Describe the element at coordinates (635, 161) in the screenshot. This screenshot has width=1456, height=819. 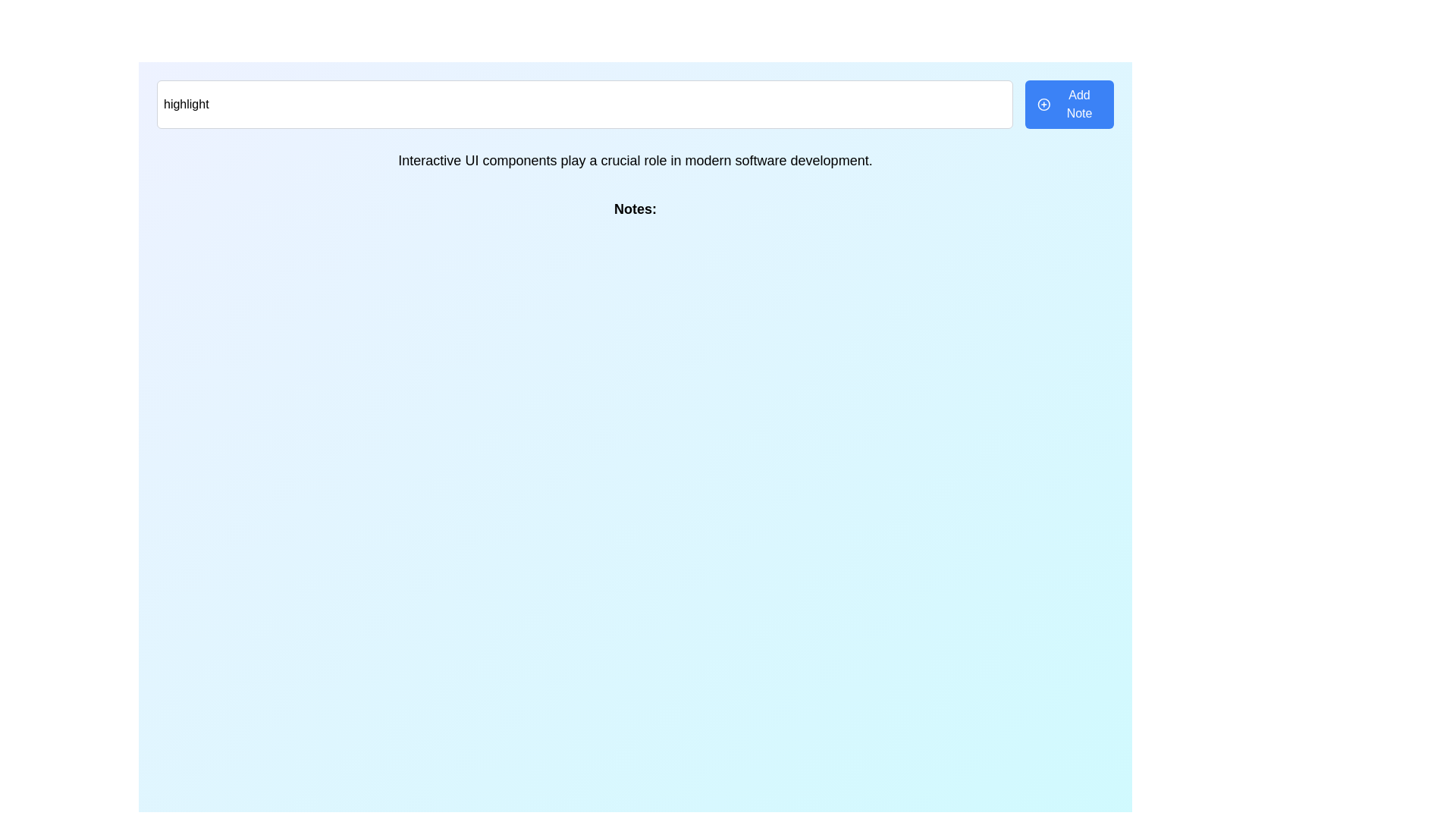
I see `text content from the text block displaying 'Interactive UI components play a crucial role in modern software development.' located in the central upper part of the interface` at that location.